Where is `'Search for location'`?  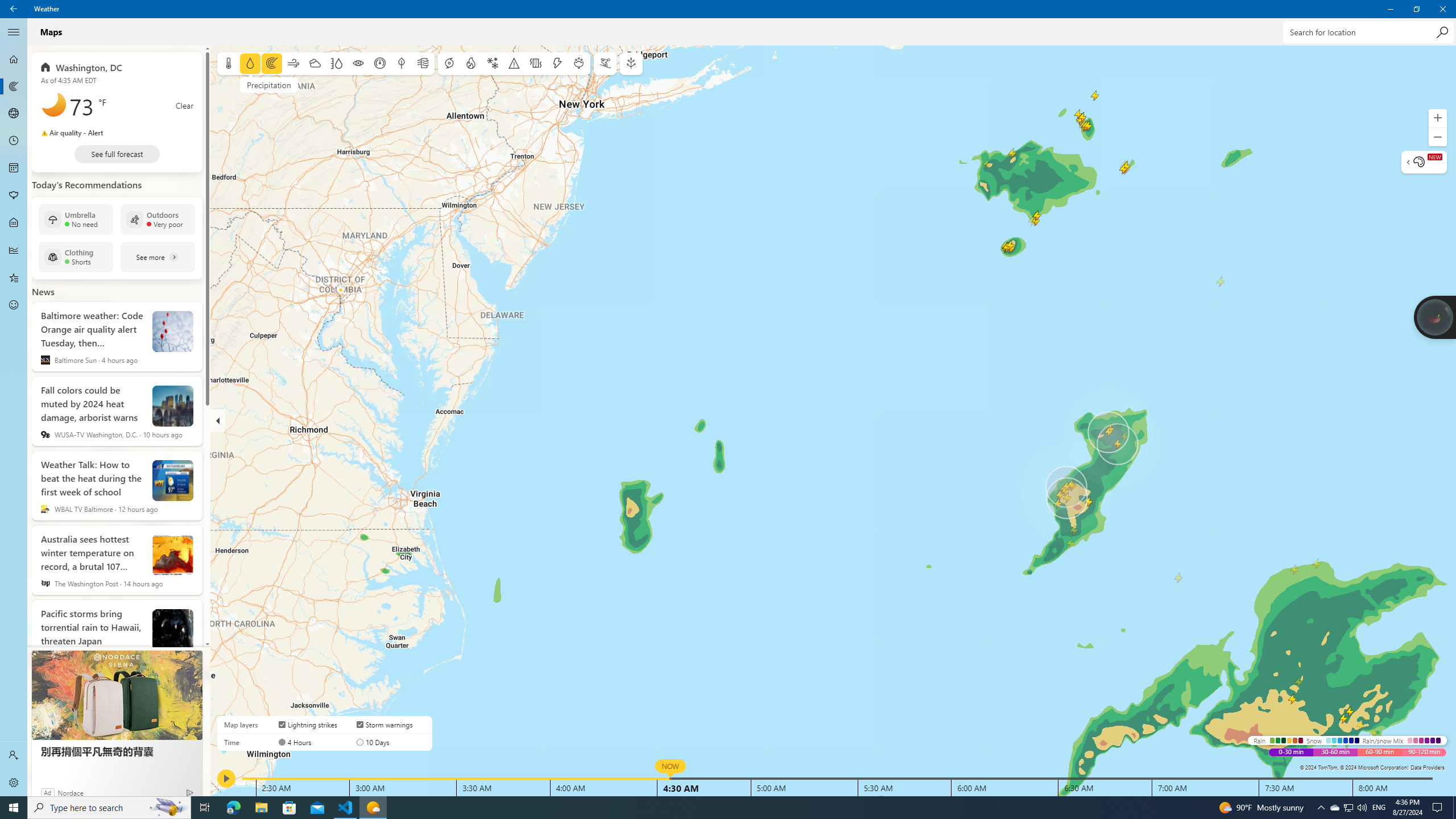 'Search for location' is located at coordinates (1368, 31).